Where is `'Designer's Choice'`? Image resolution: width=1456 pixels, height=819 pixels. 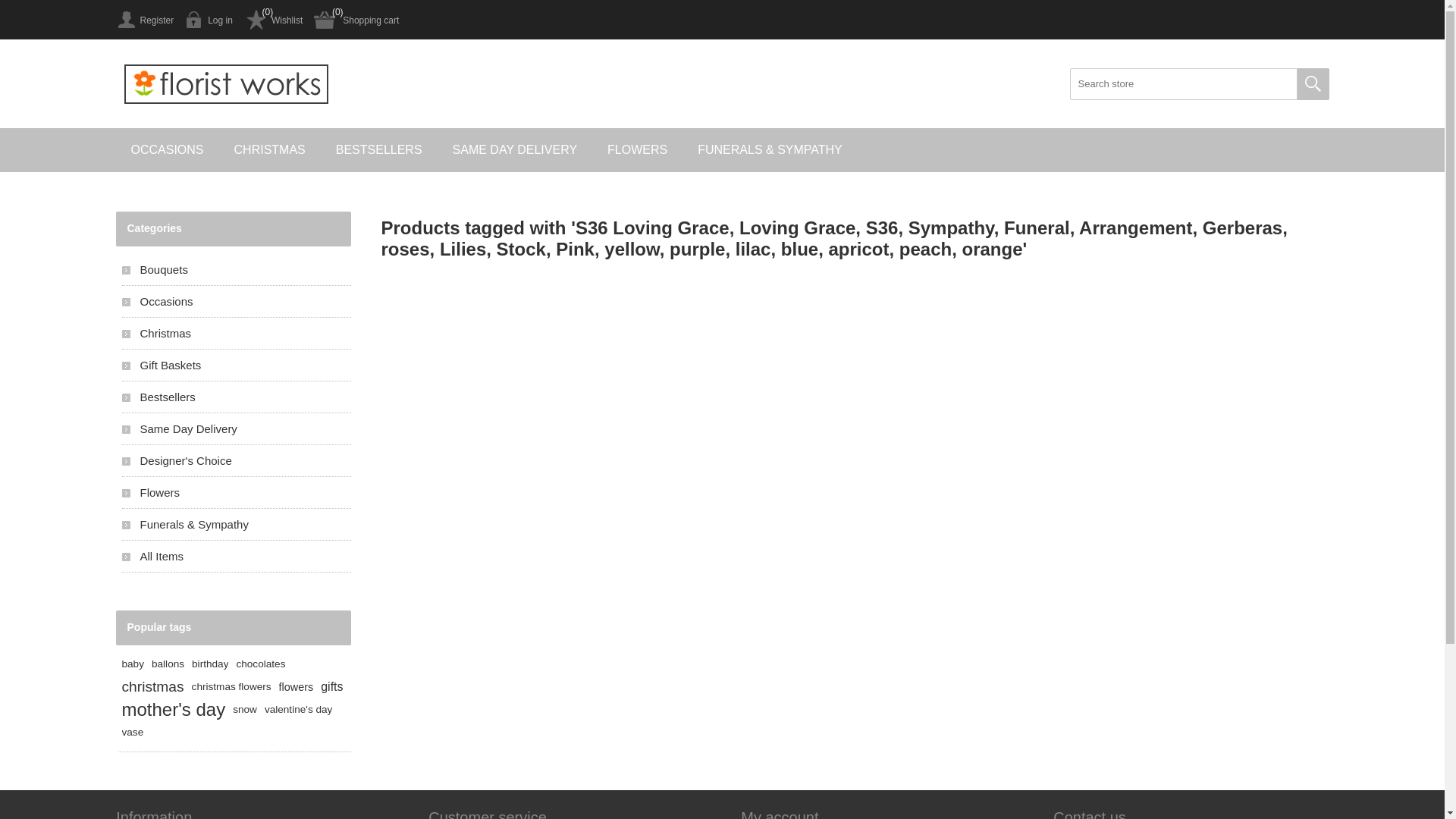 'Designer's Choice' is located at coordinates (235, 460).